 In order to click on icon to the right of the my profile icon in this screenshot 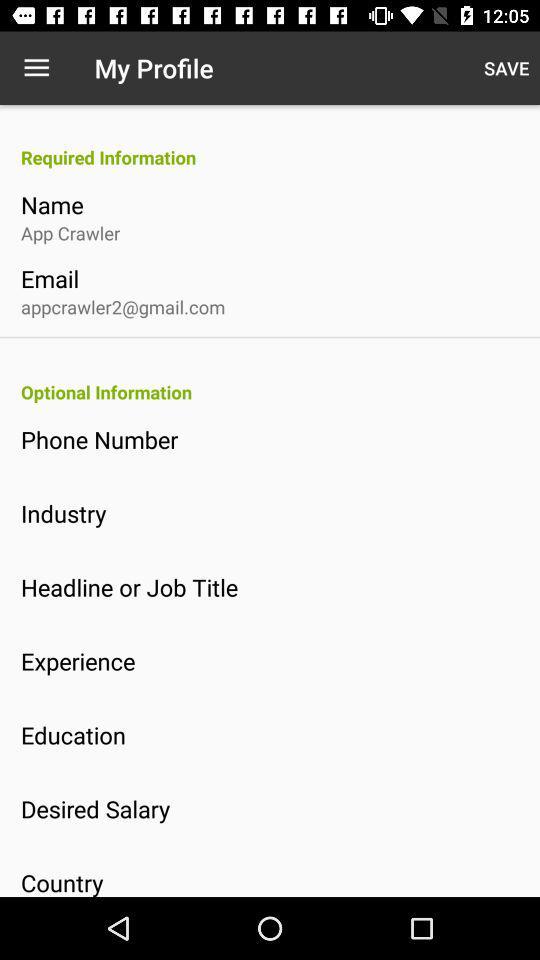, I will do `click(505, 68)`.